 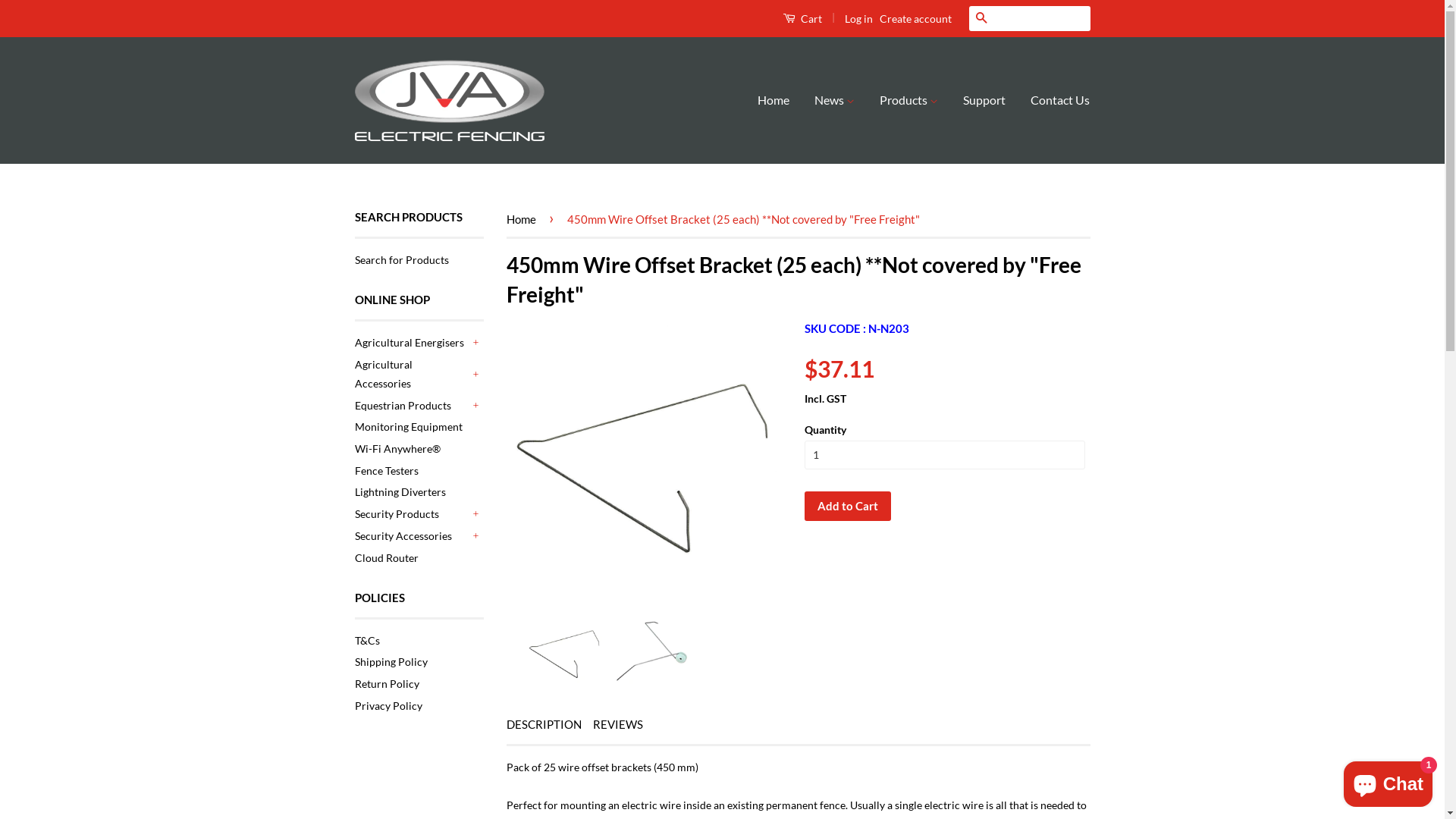 What do you see at coordinates (915, 18) in the screenshot?
I see `'Create account'` at bounding box center [915, 18].